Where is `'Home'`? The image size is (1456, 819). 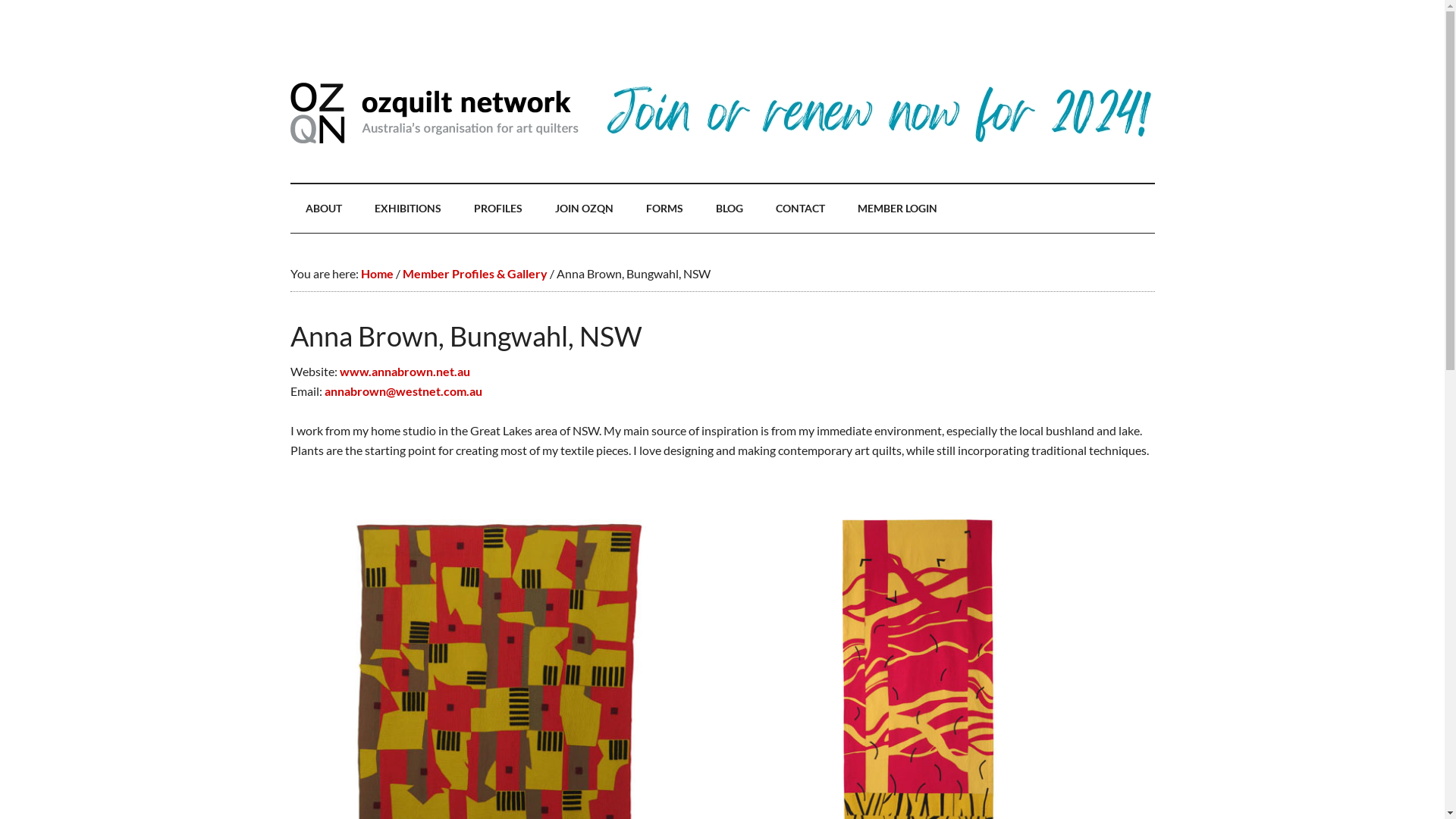 'Home' is located at coordinates (377, 273).